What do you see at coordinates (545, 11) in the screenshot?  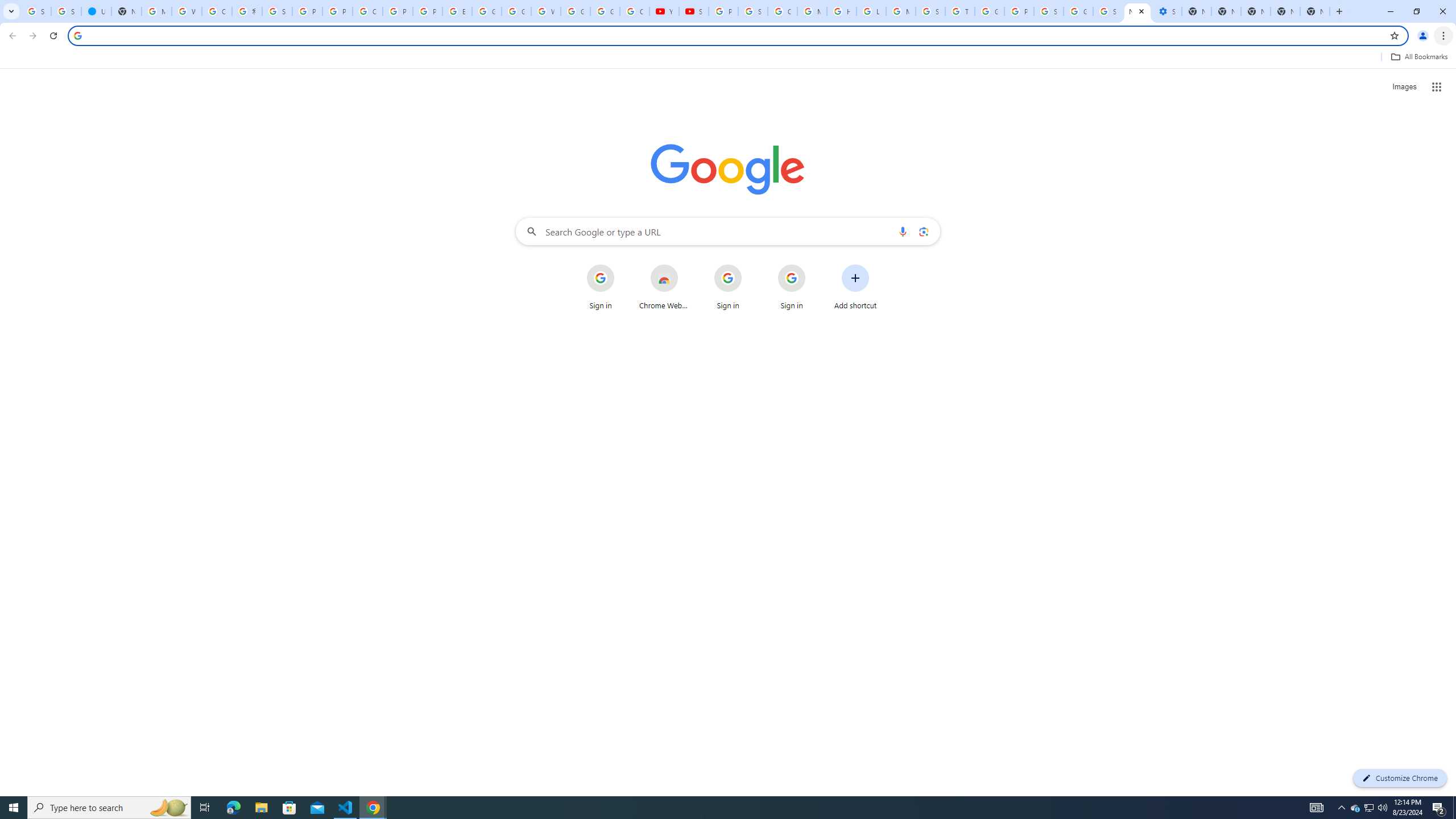 I see `'Welcome to My Activity'` at bounding box center [545, 11].